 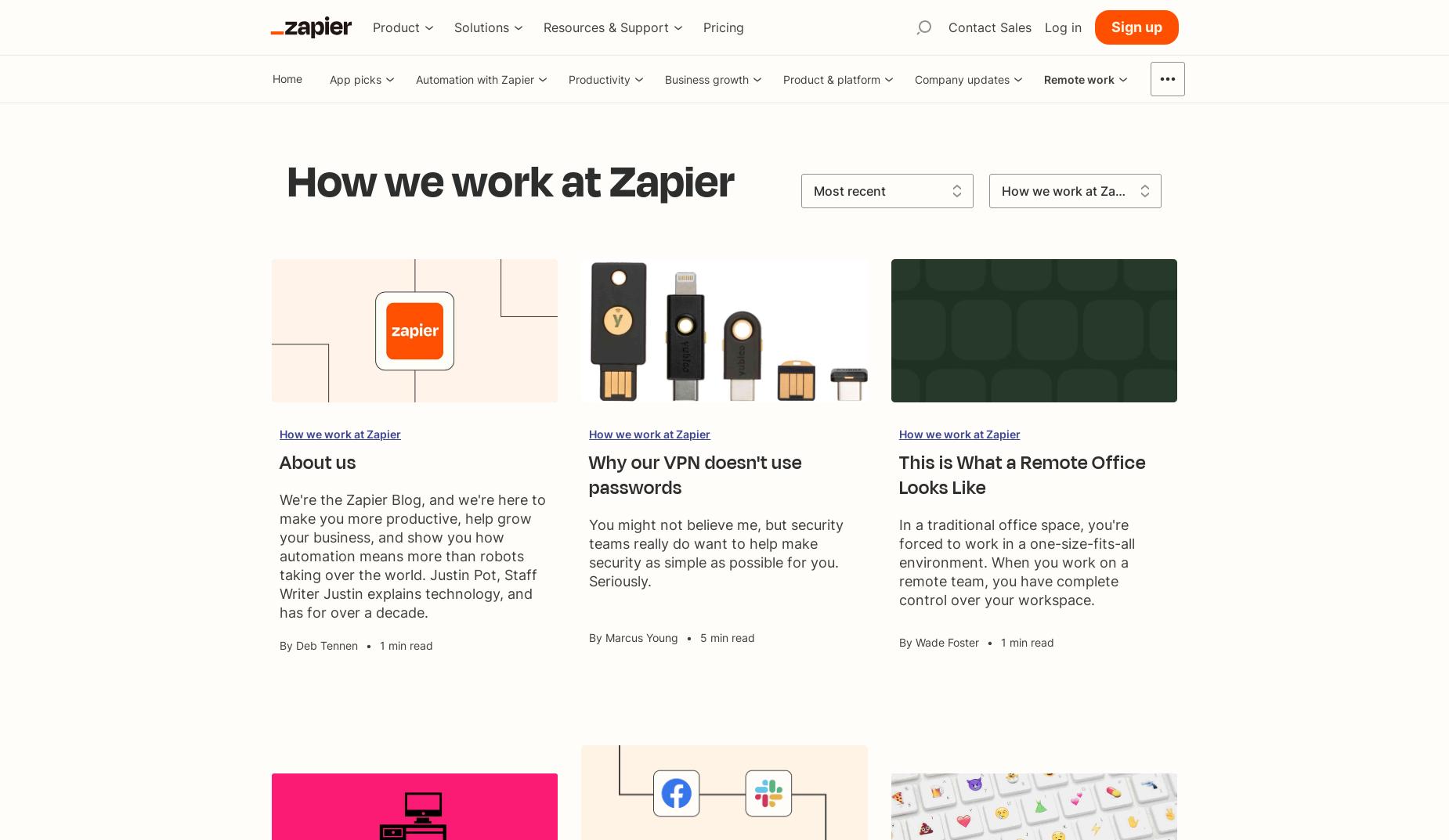 What do you see at coordinates (481, 26) in the screenshot?
I see `'Solutions'` at bounding box center [481, 26].